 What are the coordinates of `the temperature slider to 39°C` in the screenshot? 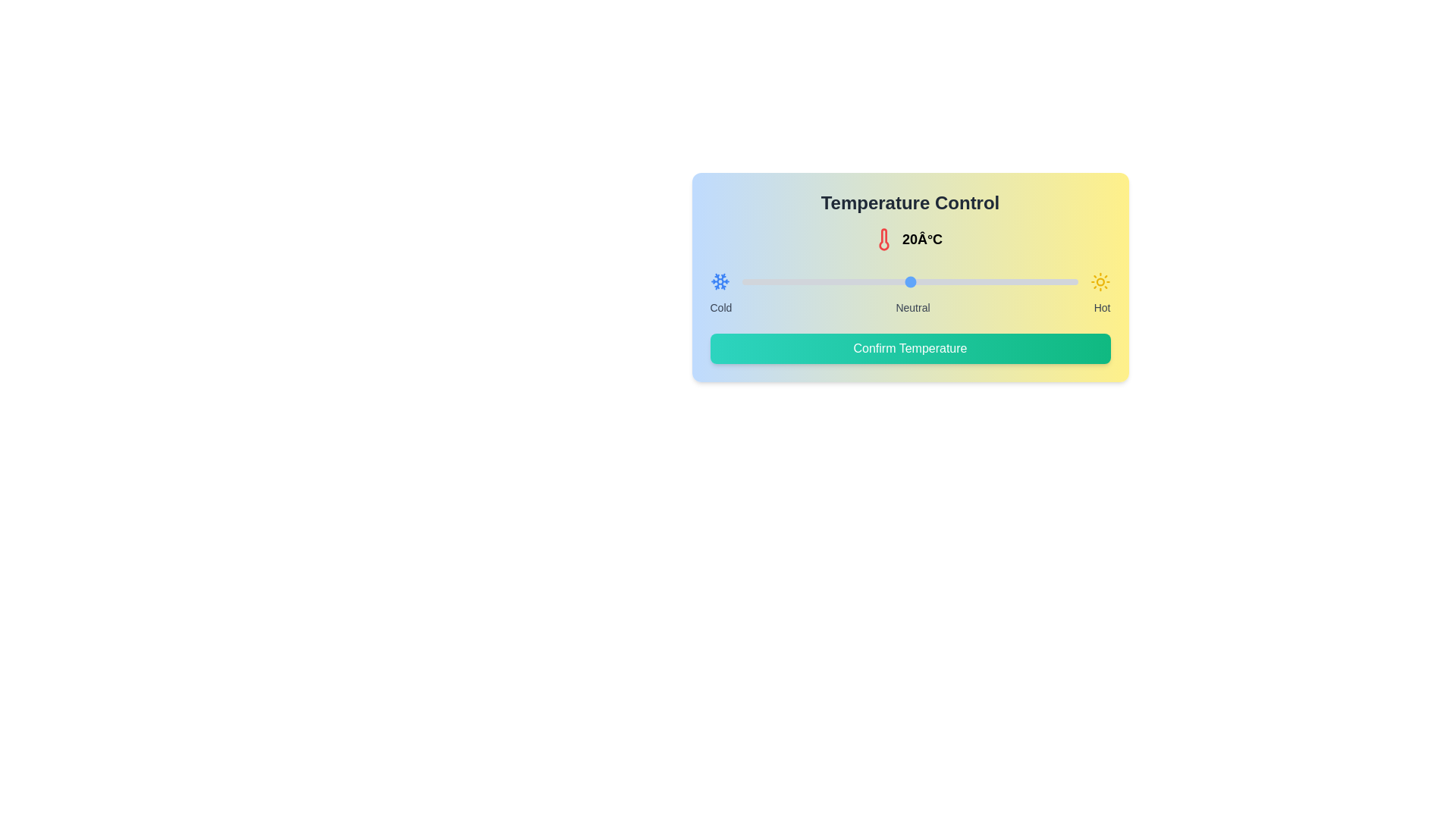 It's located at (1068, 281).